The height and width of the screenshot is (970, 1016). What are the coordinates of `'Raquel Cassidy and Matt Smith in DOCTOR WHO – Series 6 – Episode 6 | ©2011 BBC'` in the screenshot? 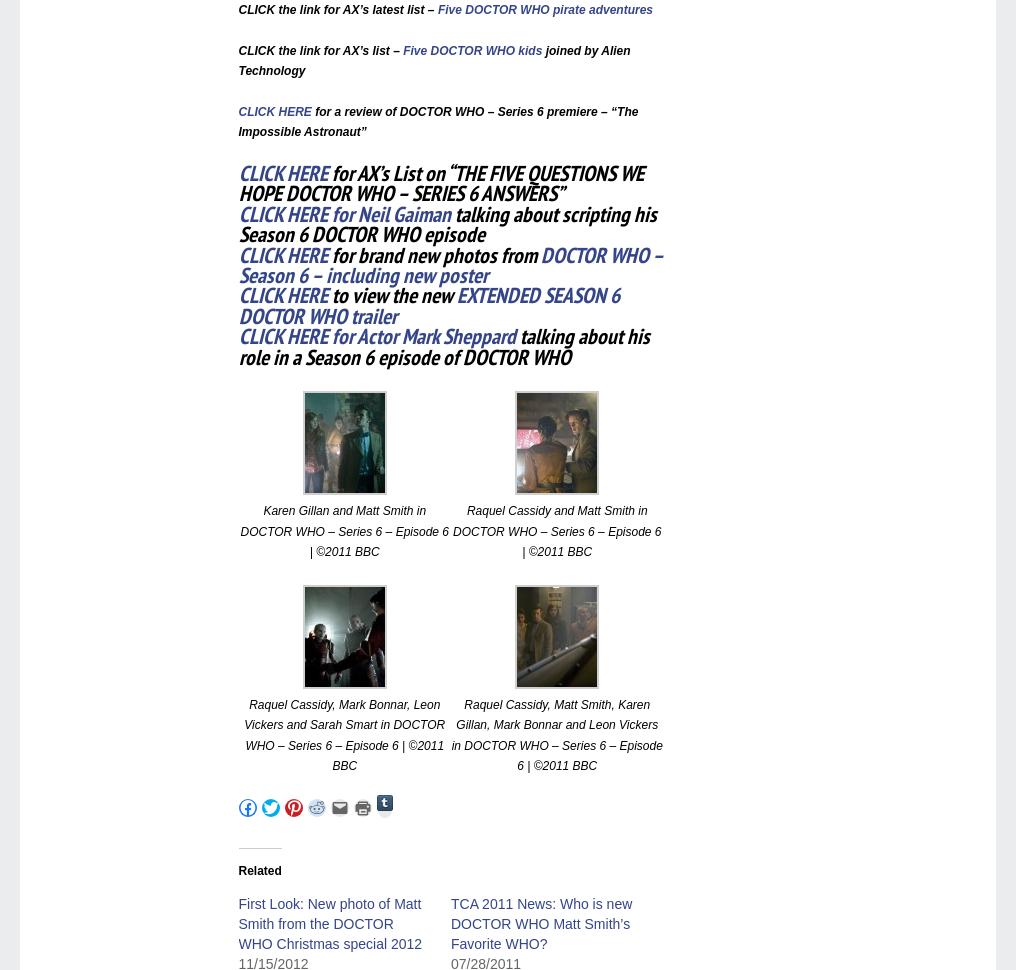 It's located at (555, 531).